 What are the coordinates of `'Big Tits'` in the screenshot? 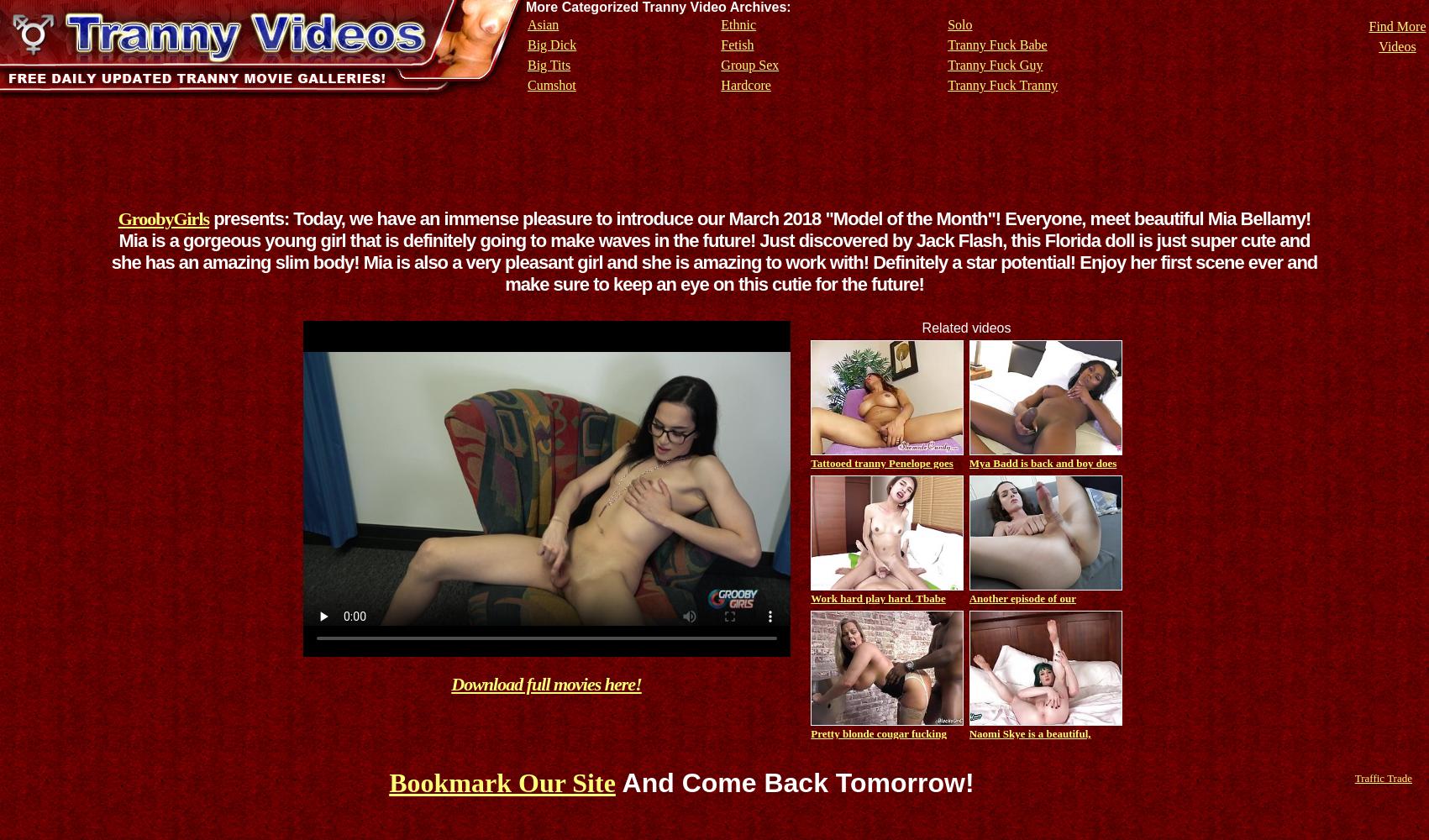 It's located at (548, 64).